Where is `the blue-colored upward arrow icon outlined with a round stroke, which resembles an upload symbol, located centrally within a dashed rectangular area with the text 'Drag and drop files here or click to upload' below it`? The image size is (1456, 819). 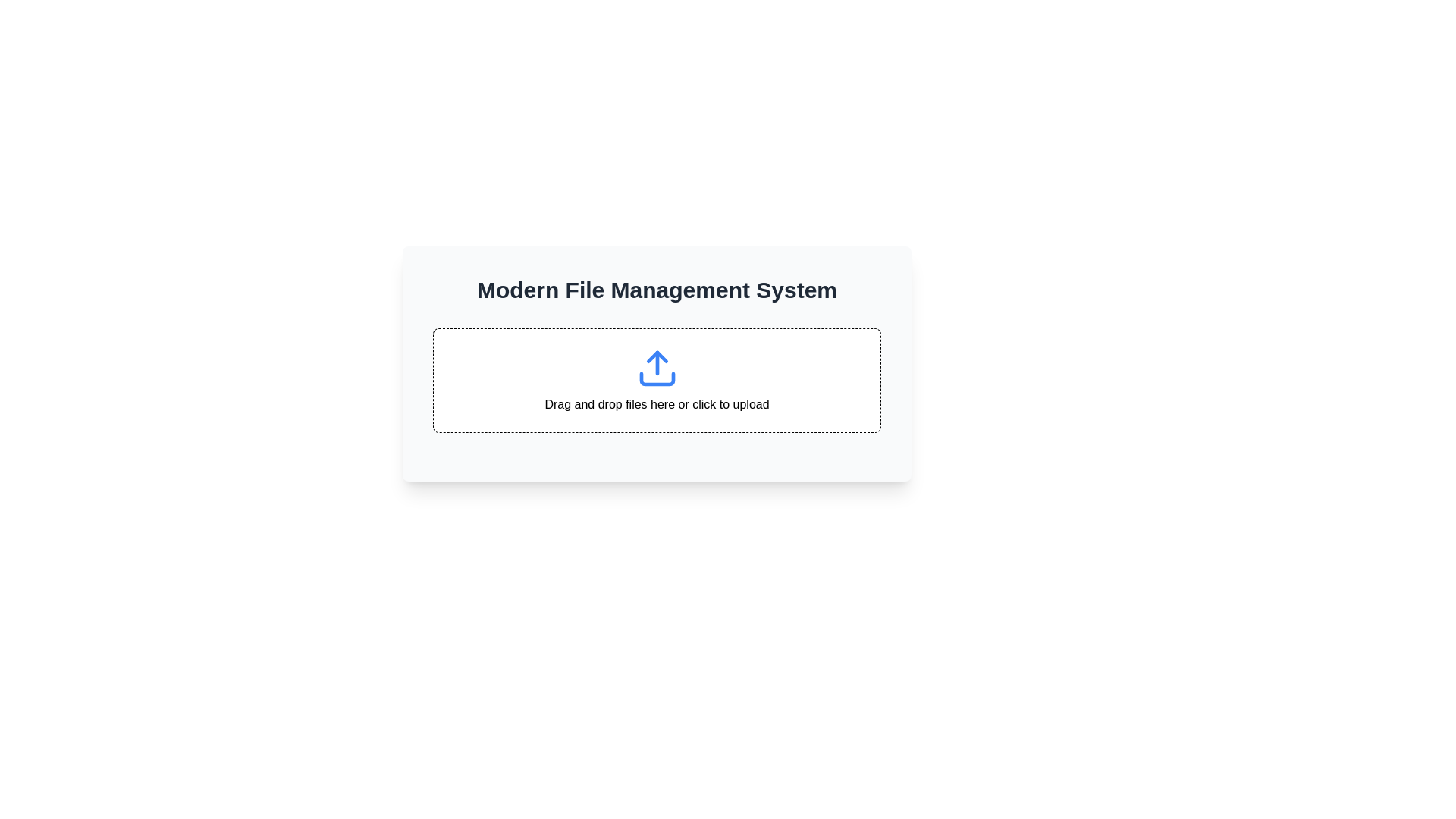
the blue-colored upward arrow icon outlined with a round stroke, which resembles an upload symbol, located centrally within a dashed rectangular area with the text 'Drag and drop files here or click to upload' below it is located at coordinates (657, 369).